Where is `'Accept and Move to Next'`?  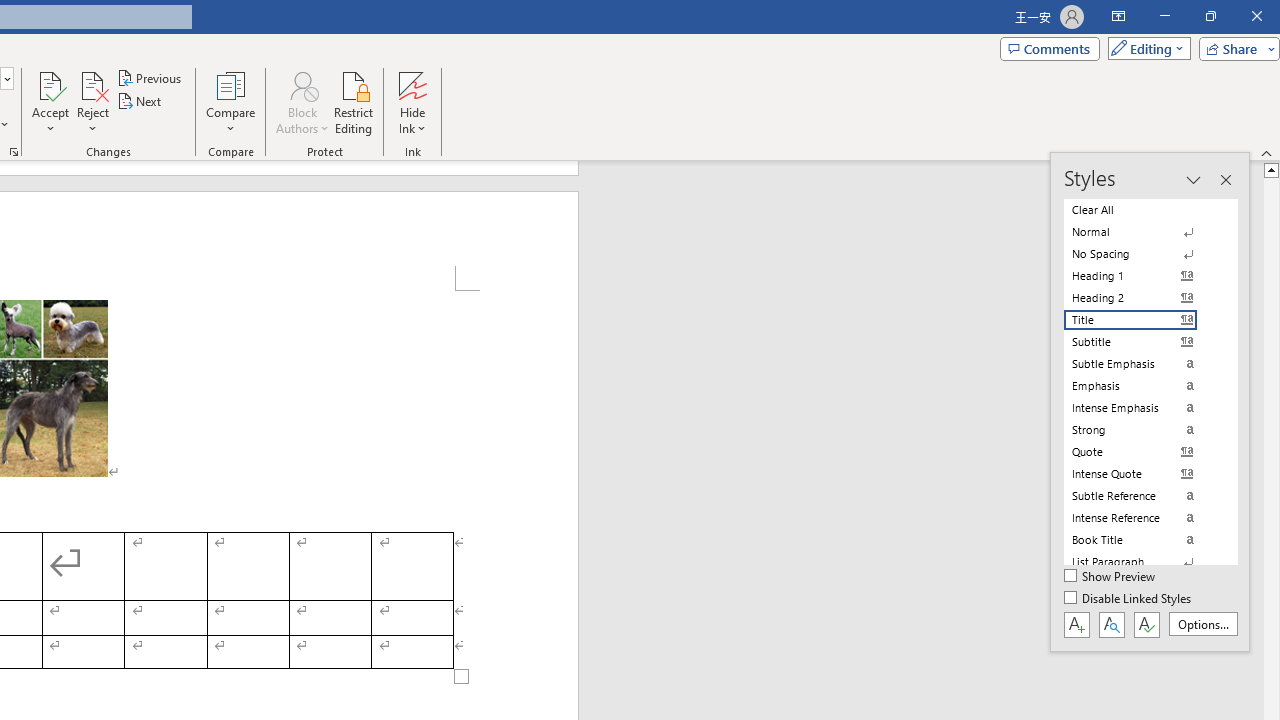
'Accept and Move to Next' is located at coordinates (50, 84).